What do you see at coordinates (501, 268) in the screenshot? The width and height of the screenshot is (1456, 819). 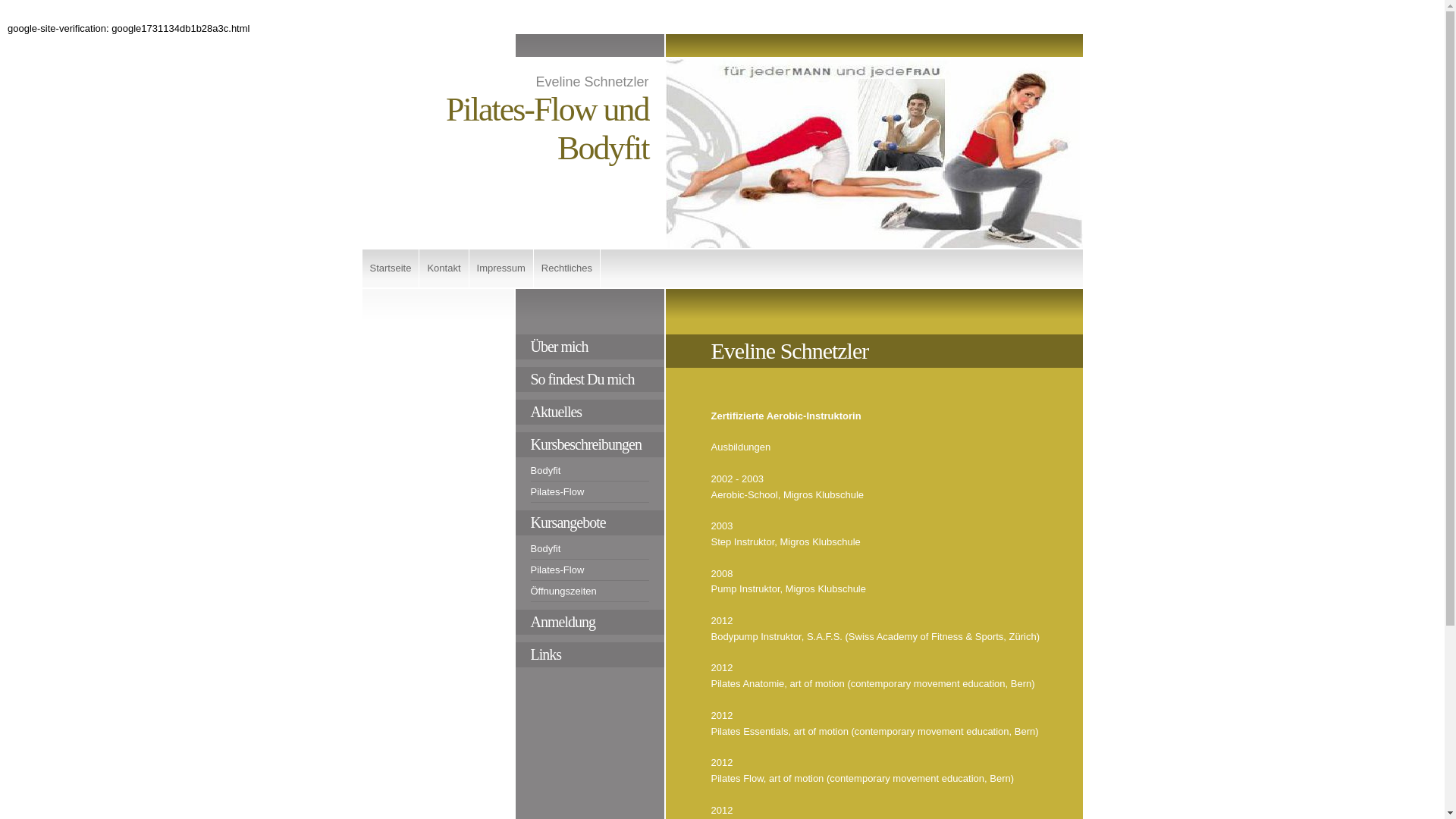 I see `'Impressum'` at bounding box center [501, 268].